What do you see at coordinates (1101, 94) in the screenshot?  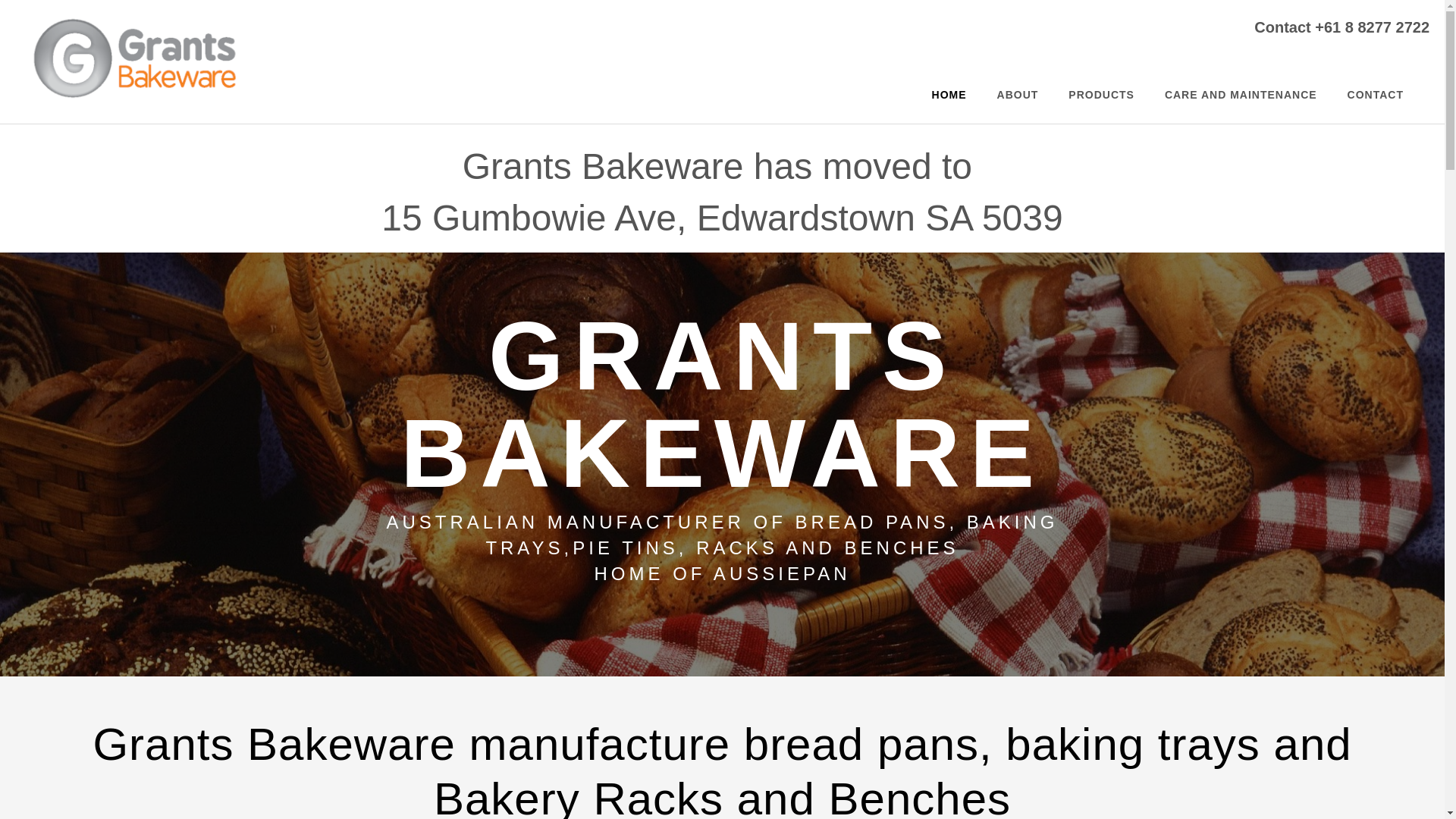 I see `'PRODUCTS'` at bounding box center [1101, 94].